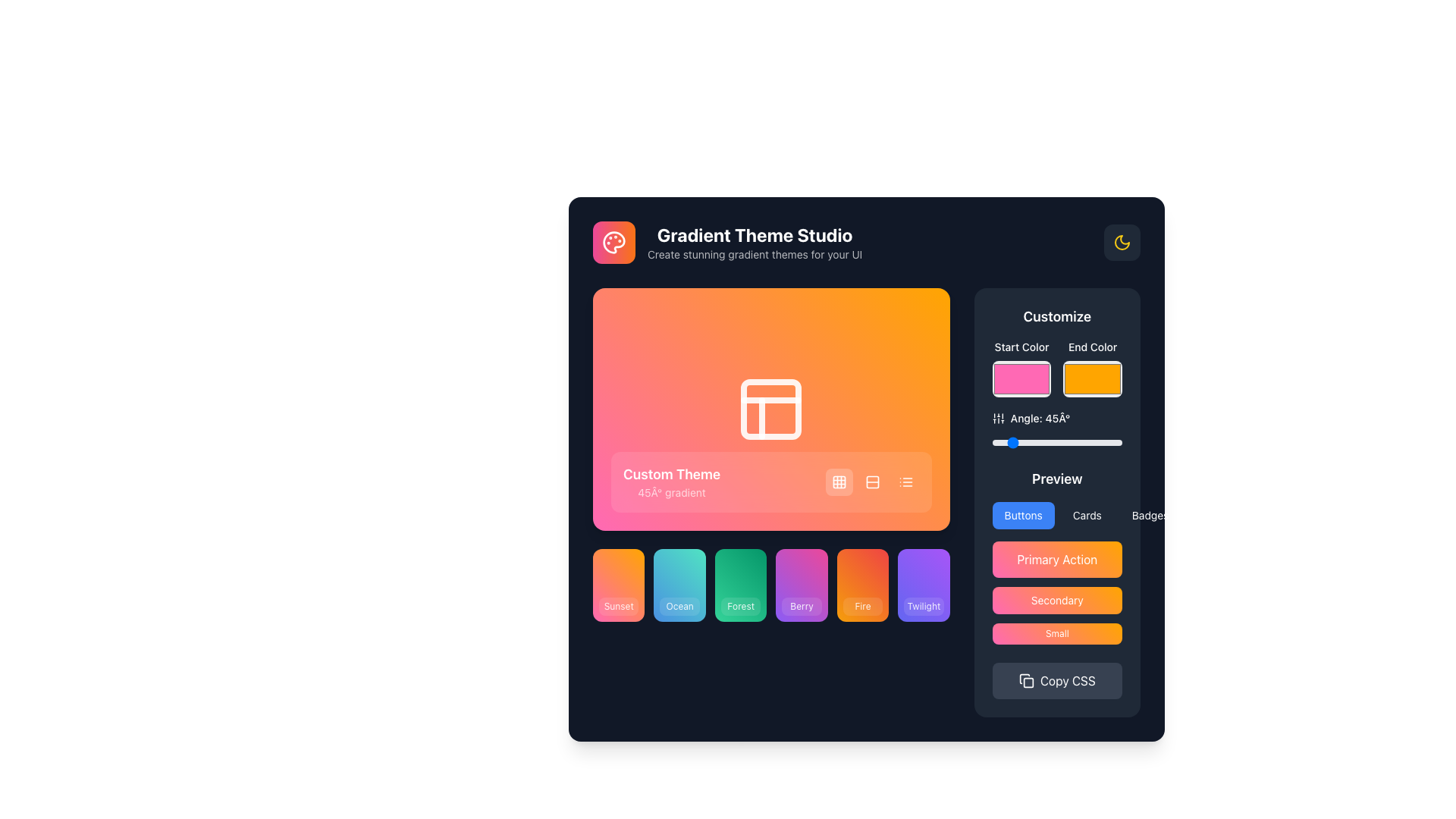 The image size is (1456, 819). Describe the element at coordinates (1056, 680) in the screenshot. I see `the 'Copy CSS' button, which is a rounded rectangular button with a dark gray background and white text, located at the bottom of the 'Customize' section` at that location.